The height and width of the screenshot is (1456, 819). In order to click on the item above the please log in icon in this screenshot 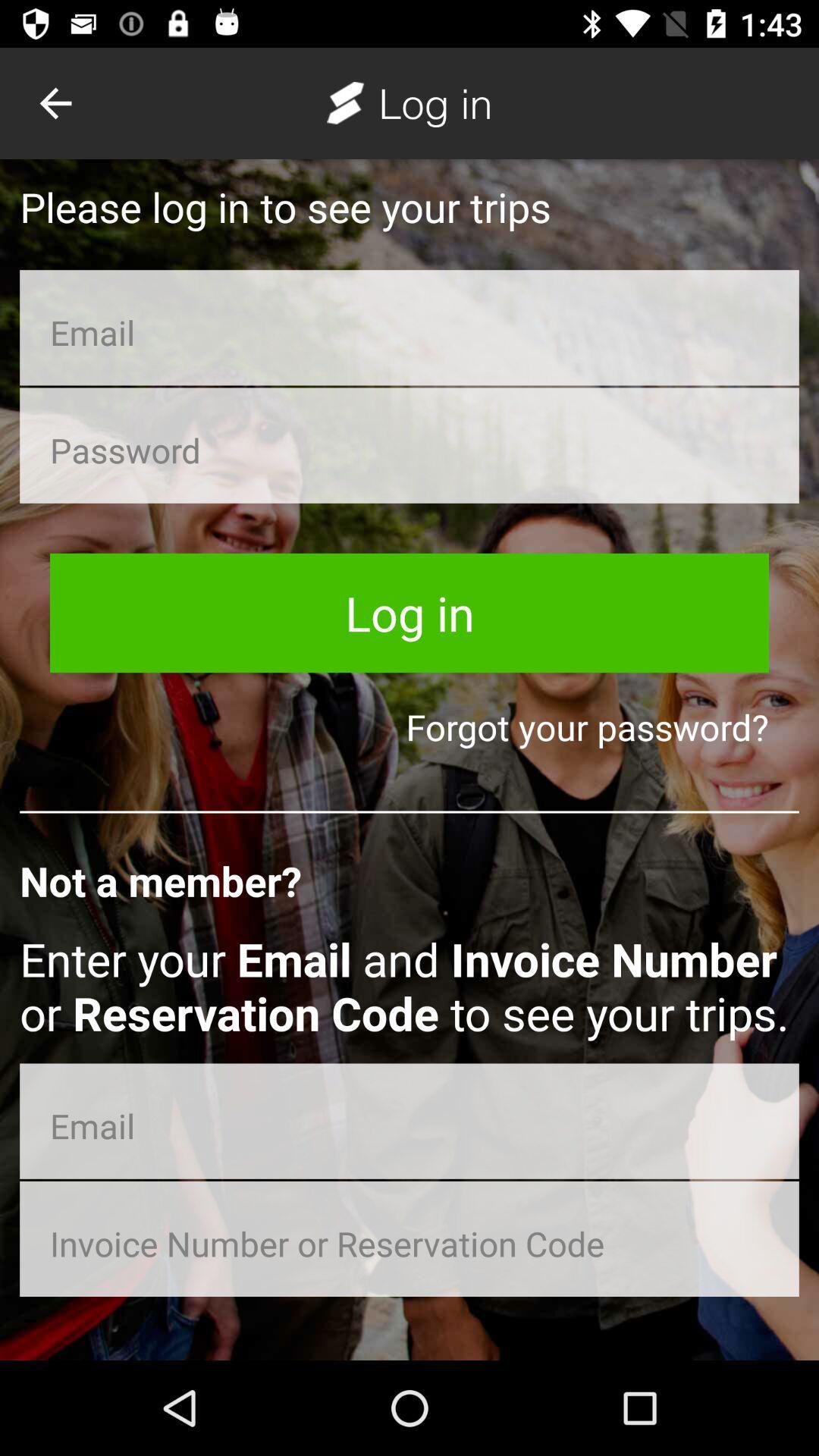, I will do `click(55, 102)`.